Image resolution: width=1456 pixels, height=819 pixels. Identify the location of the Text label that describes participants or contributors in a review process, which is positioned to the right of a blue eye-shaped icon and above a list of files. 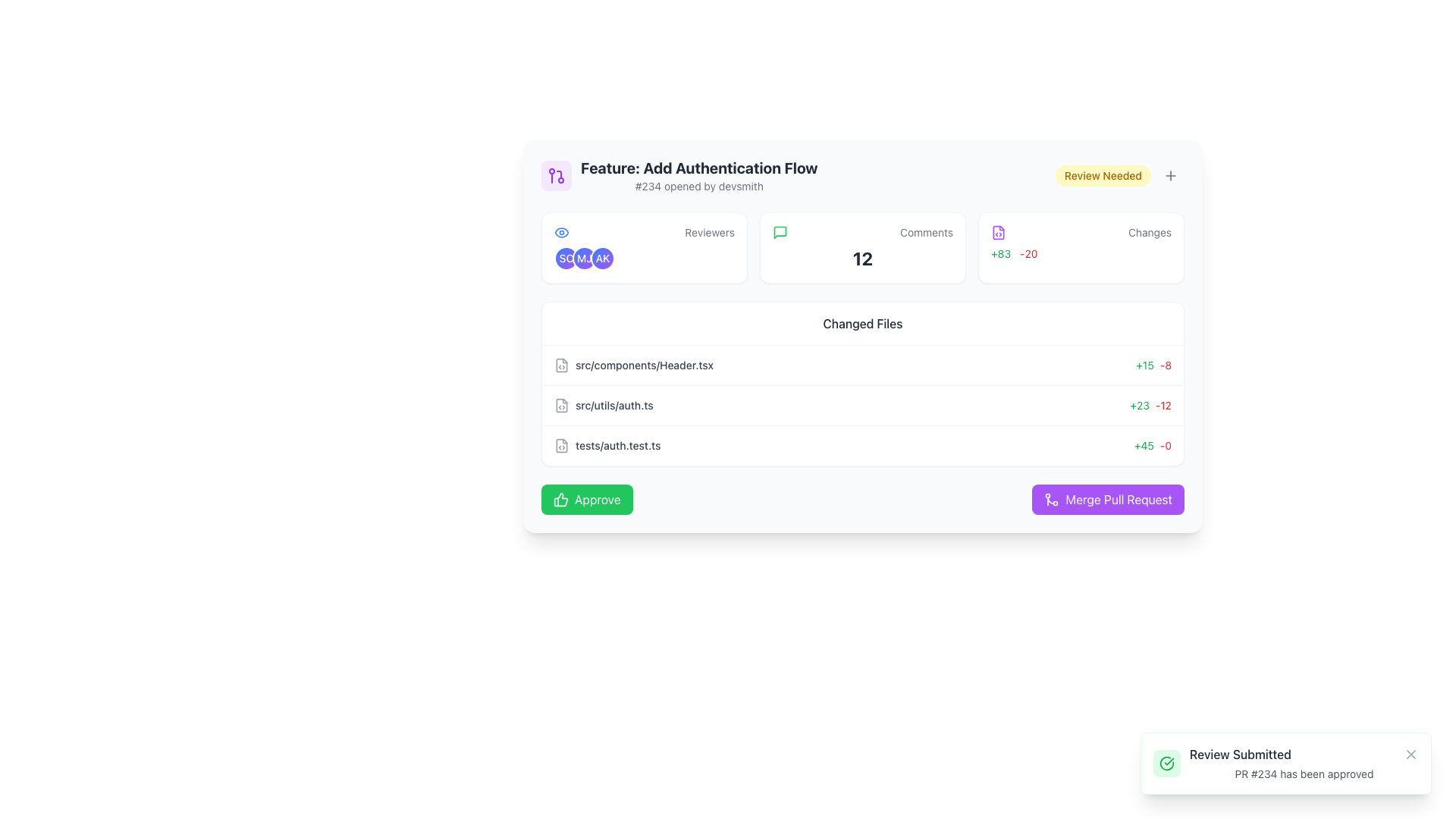
(709, 233).